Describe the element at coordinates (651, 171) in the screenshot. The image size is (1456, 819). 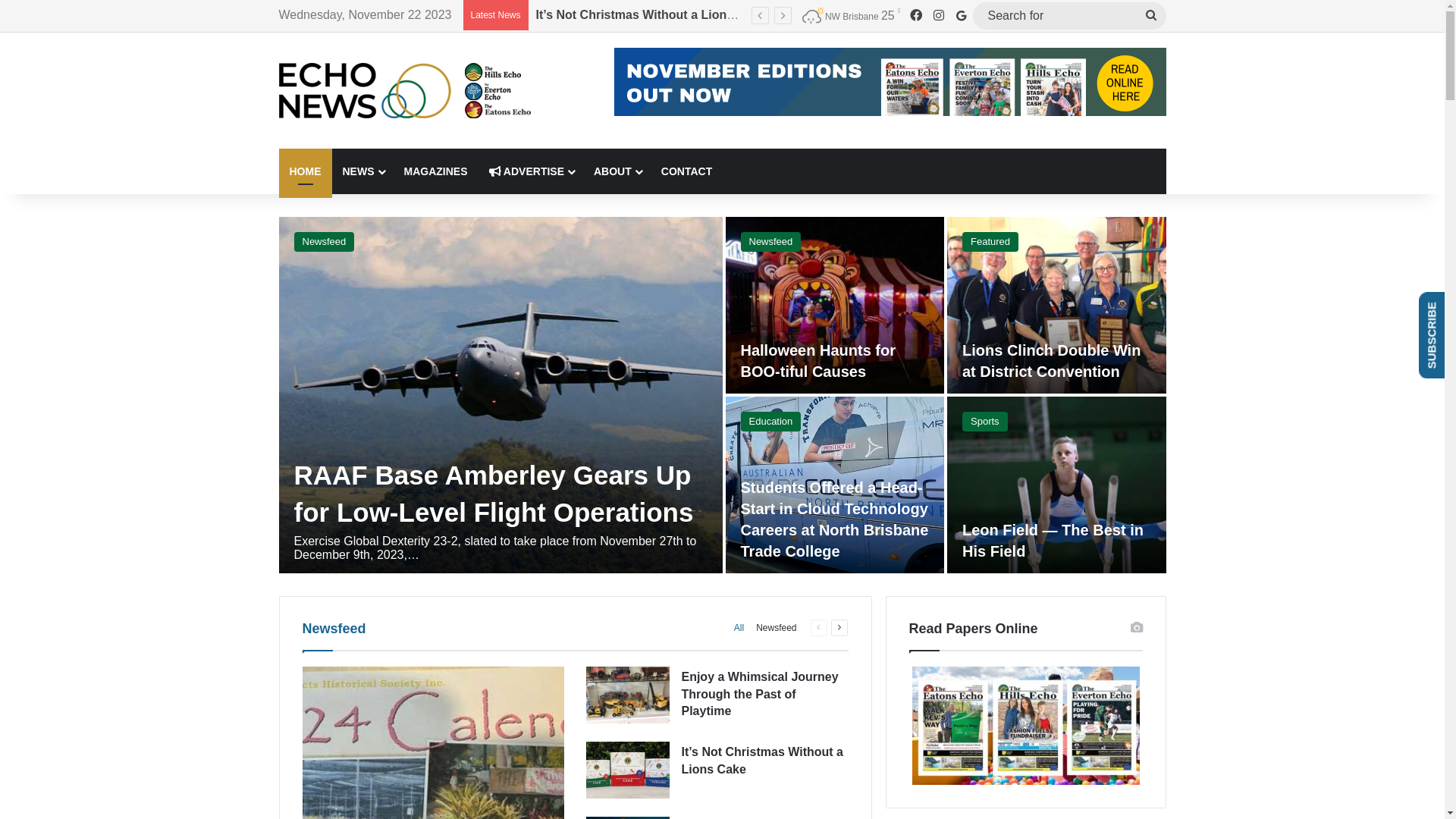
I see `'CONTACT'` at that location.